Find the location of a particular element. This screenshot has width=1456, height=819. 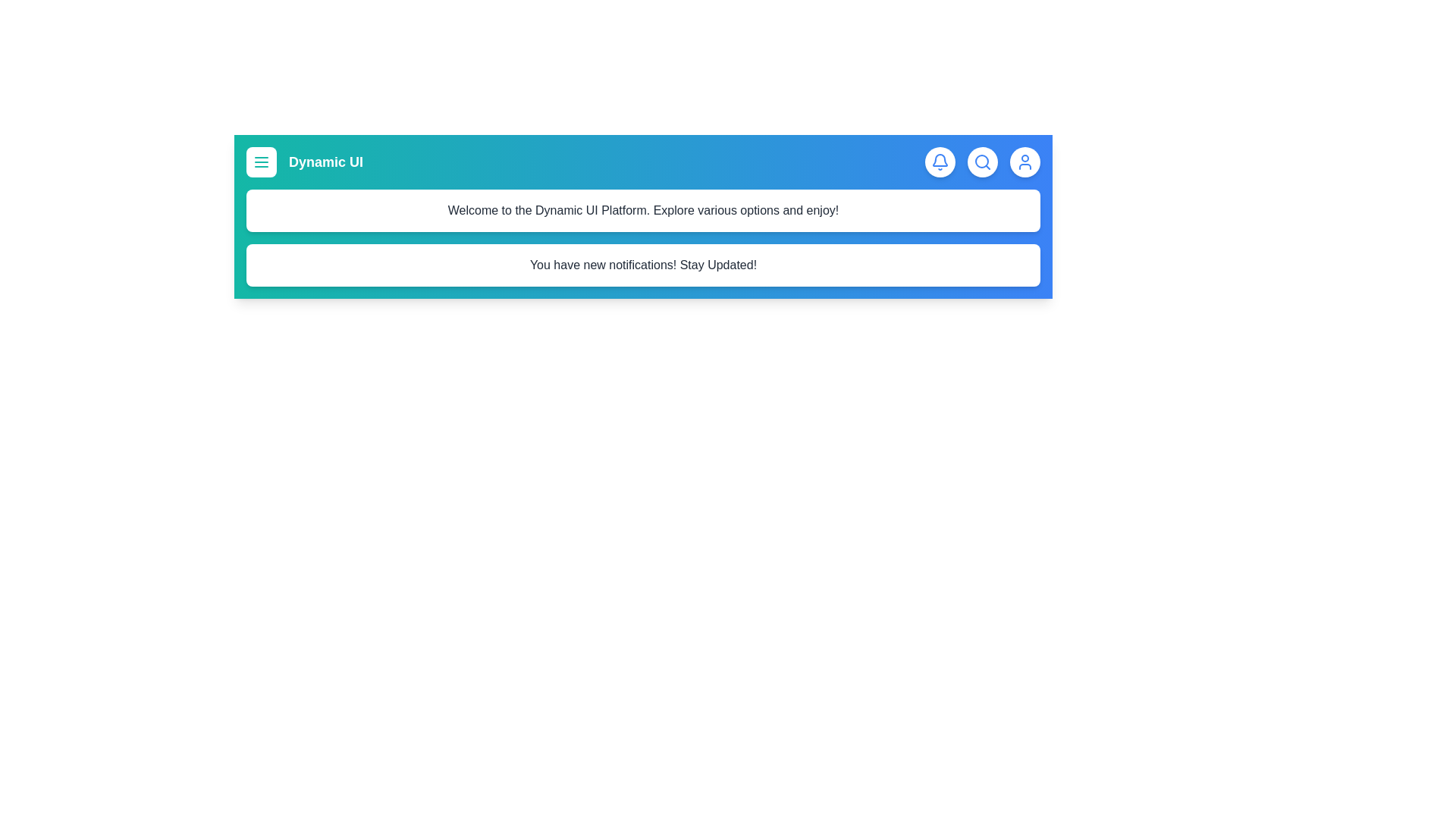

the menu icon to toggle the menu visibility is located at coordinates (262, 162).